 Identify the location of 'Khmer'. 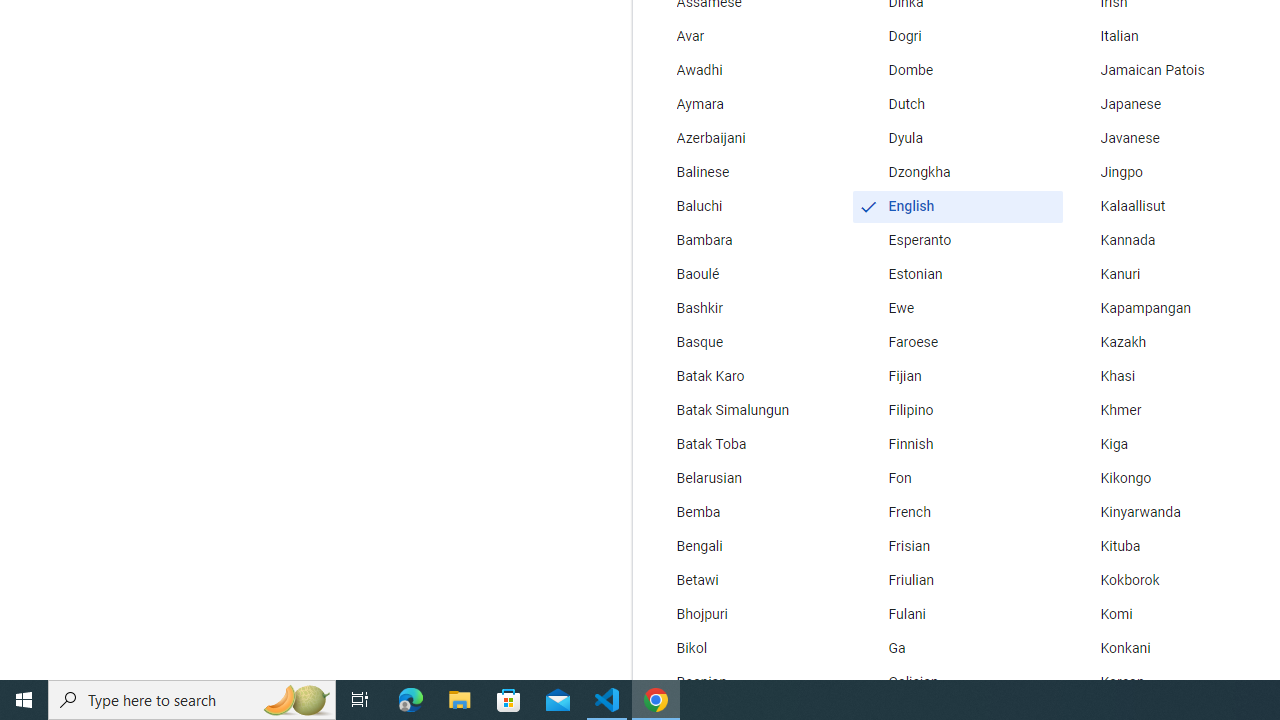
(1169, 410).